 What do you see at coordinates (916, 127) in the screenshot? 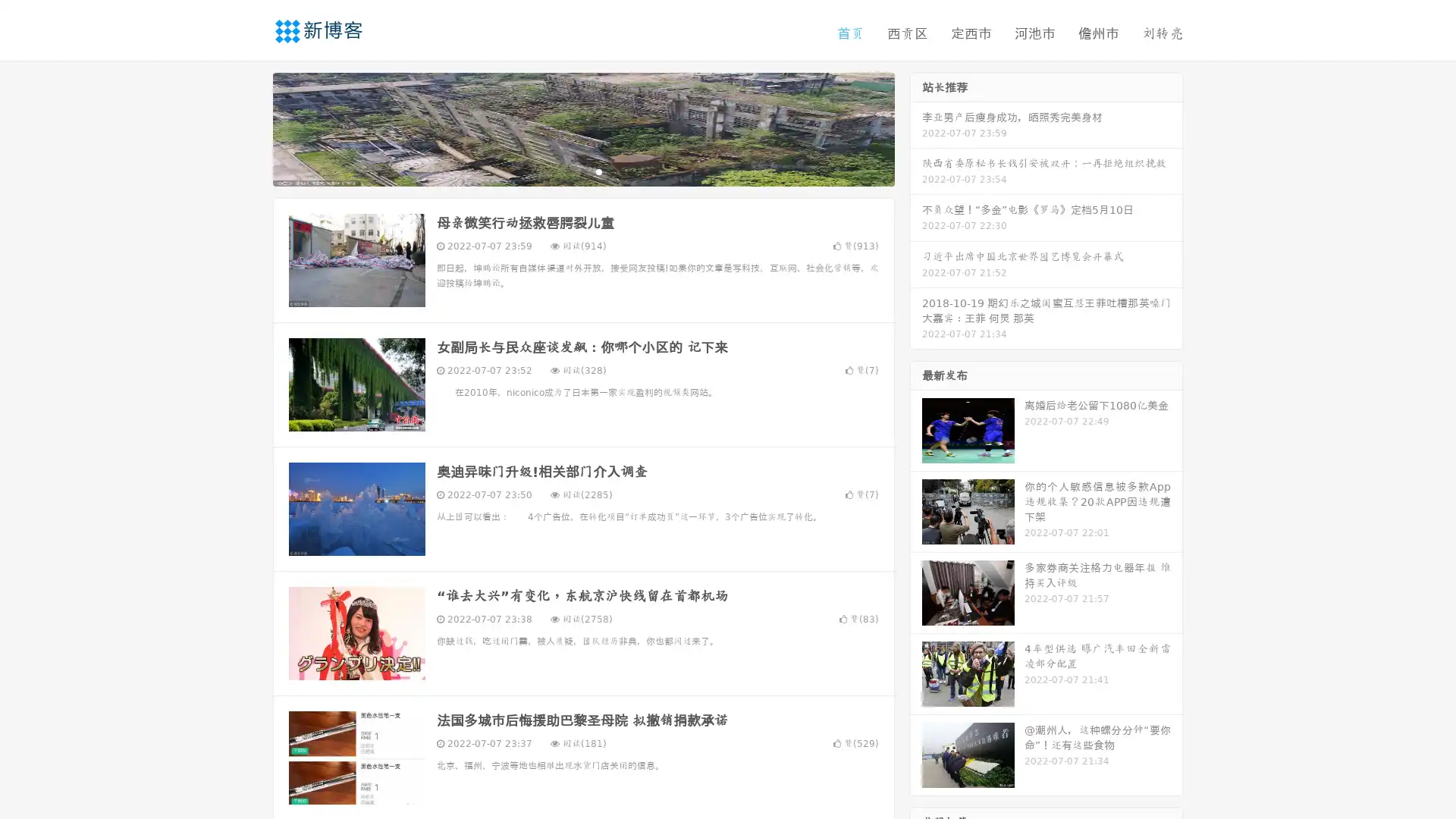
I see `Next slide` at bounding box center [916, 127].